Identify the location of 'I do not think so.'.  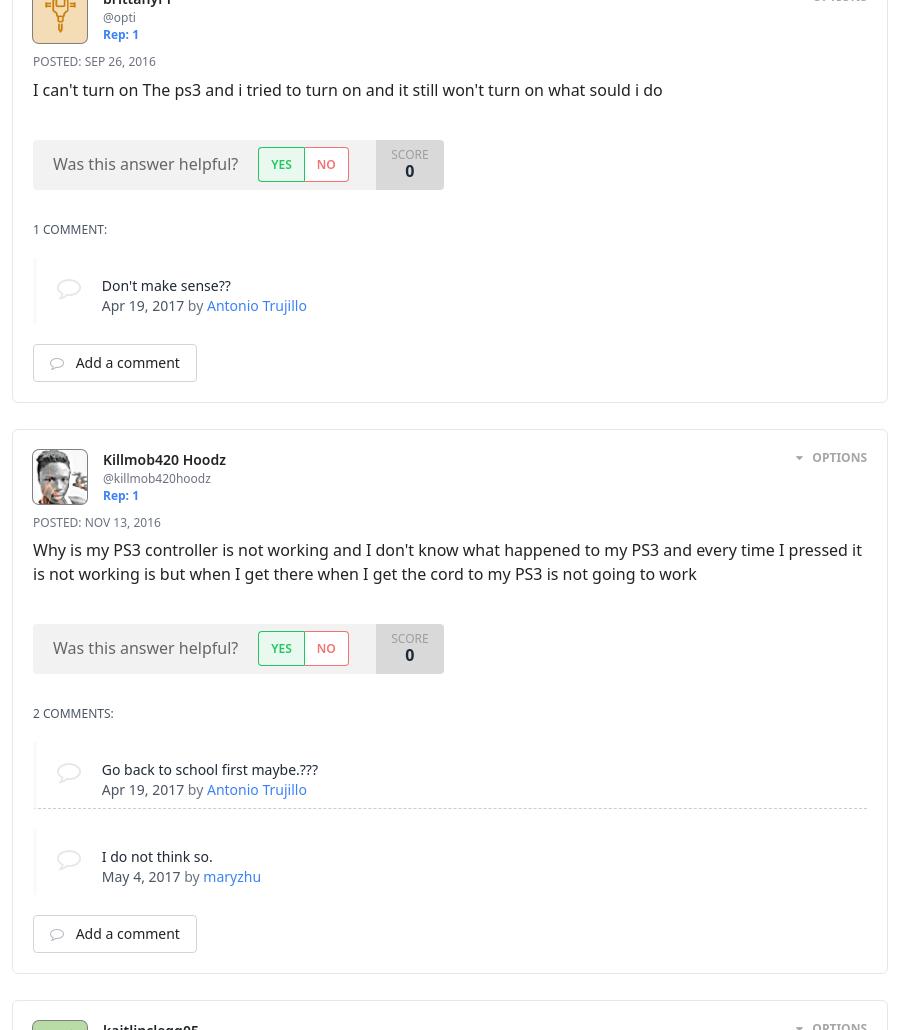
(156, 855).